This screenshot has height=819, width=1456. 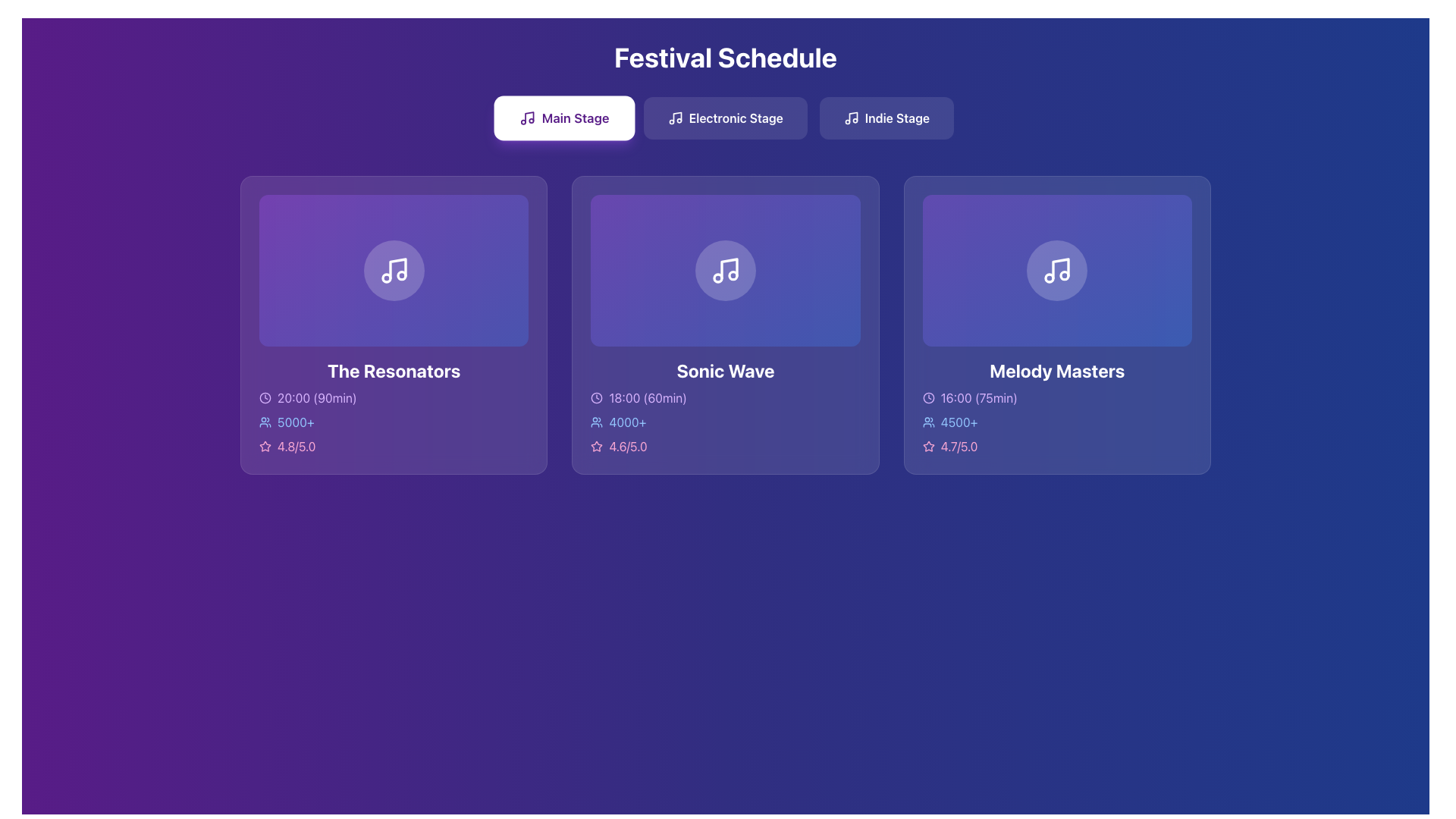 I want to click on the time indicator icon located to the left of the '16:00 (75min)' text in the 'Melody Masters' schedule section, so click(x=927, y=397).